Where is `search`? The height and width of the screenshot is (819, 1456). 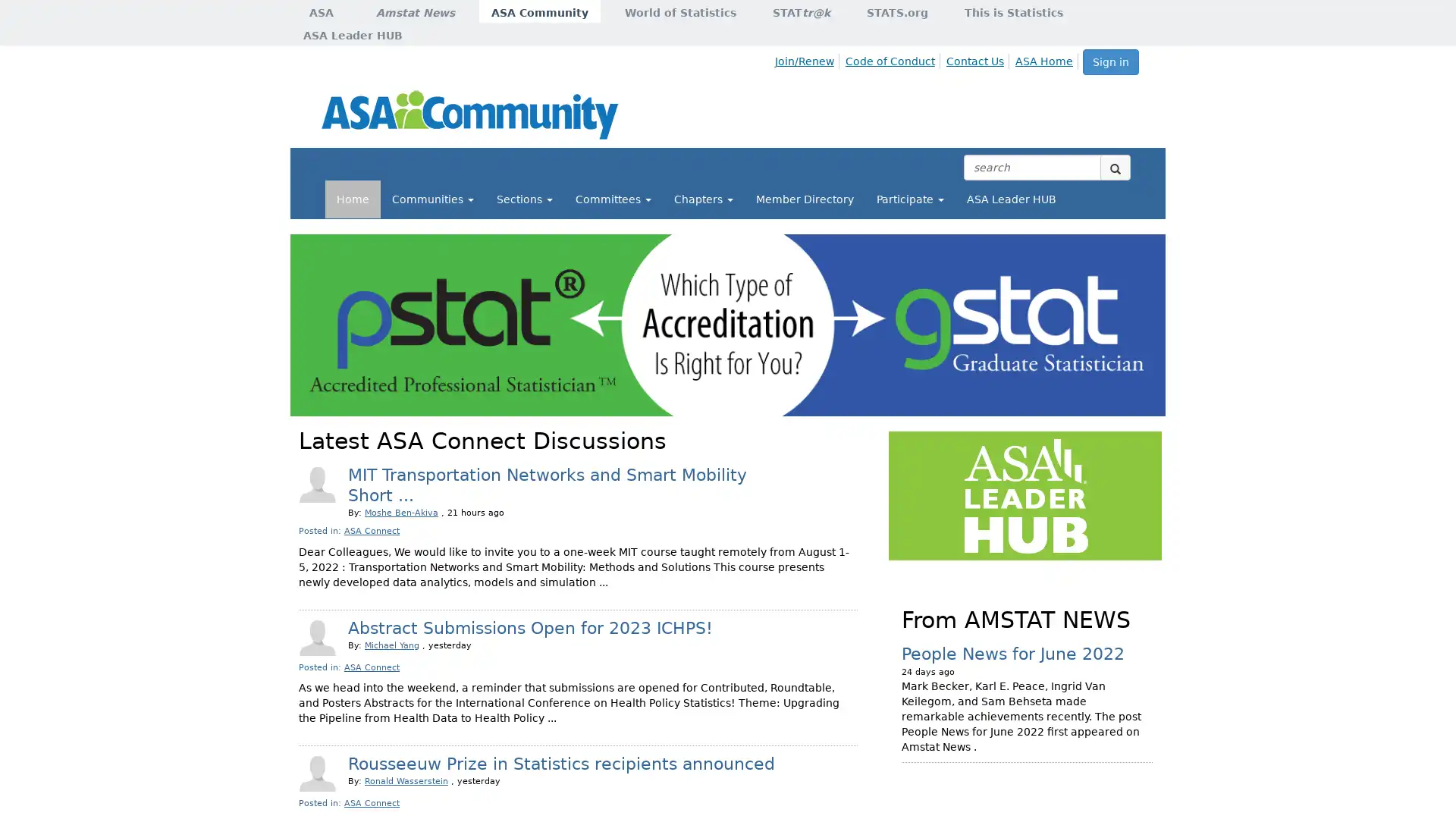
search is located at coordinates (1115, 167).